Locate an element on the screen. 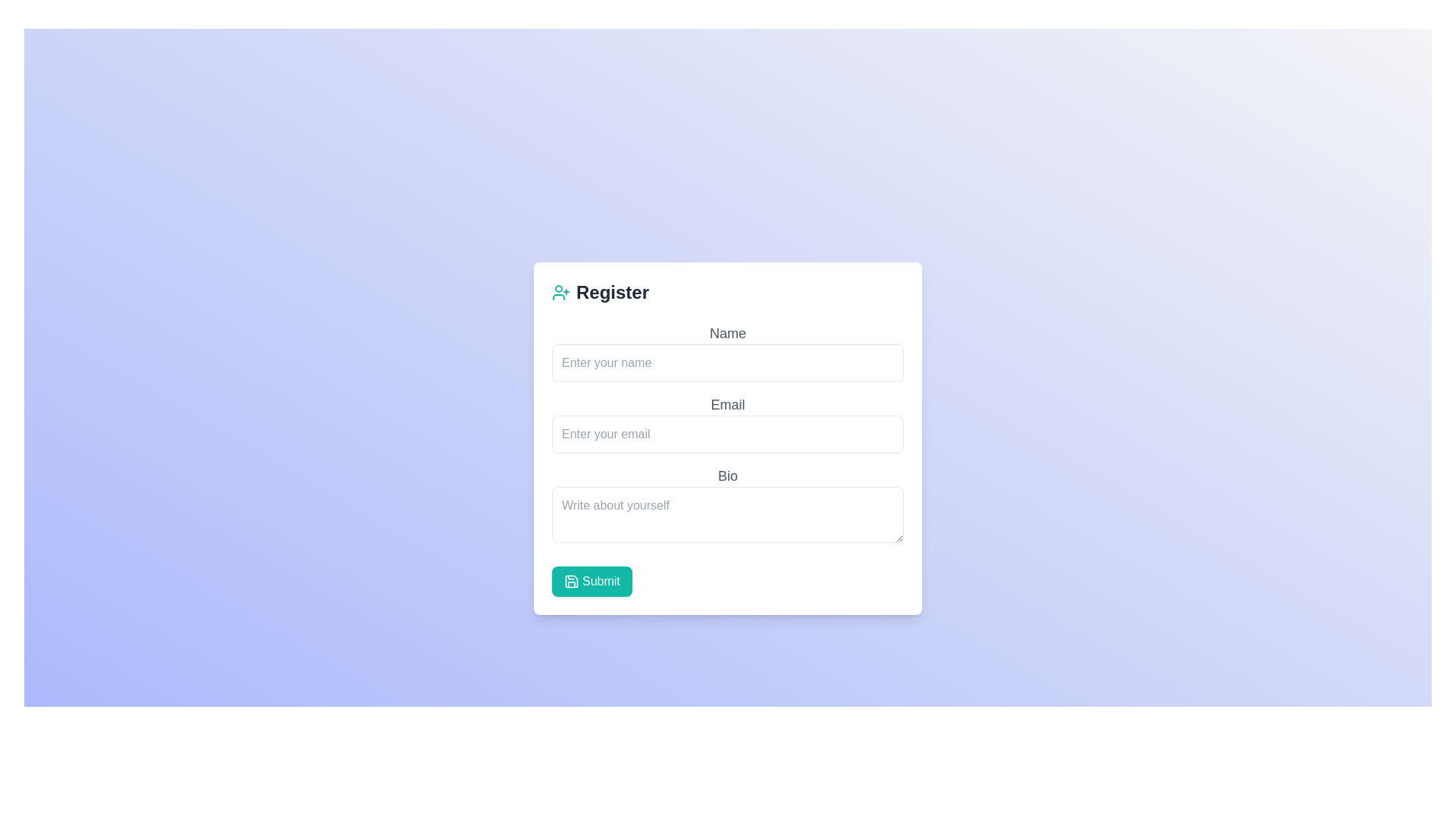  the floppy disk-shaped save icon within the 'Submit' button at the bottom of the form panel is located at coordinates (570, 580).